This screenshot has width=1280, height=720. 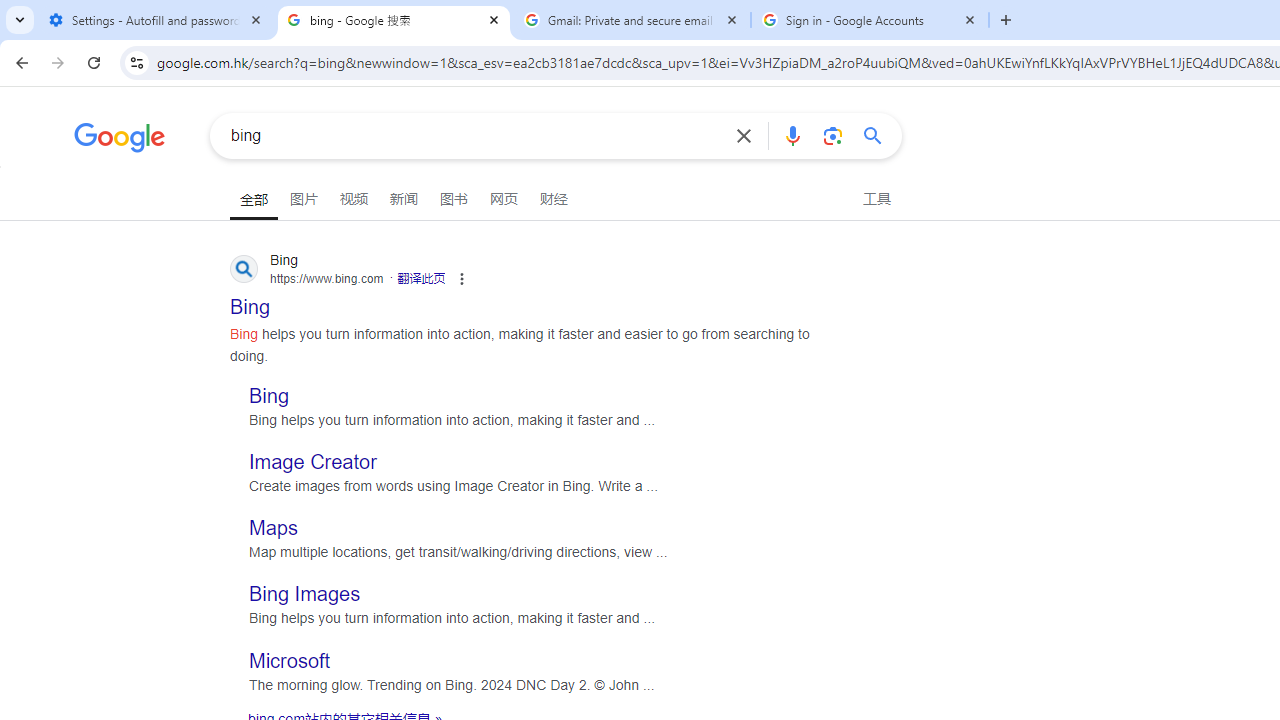 What do you see at coordinates (155, 20) in the screenshot?
I see `'Settings - Autofill and passwords'` at bounding box center [155, 20].